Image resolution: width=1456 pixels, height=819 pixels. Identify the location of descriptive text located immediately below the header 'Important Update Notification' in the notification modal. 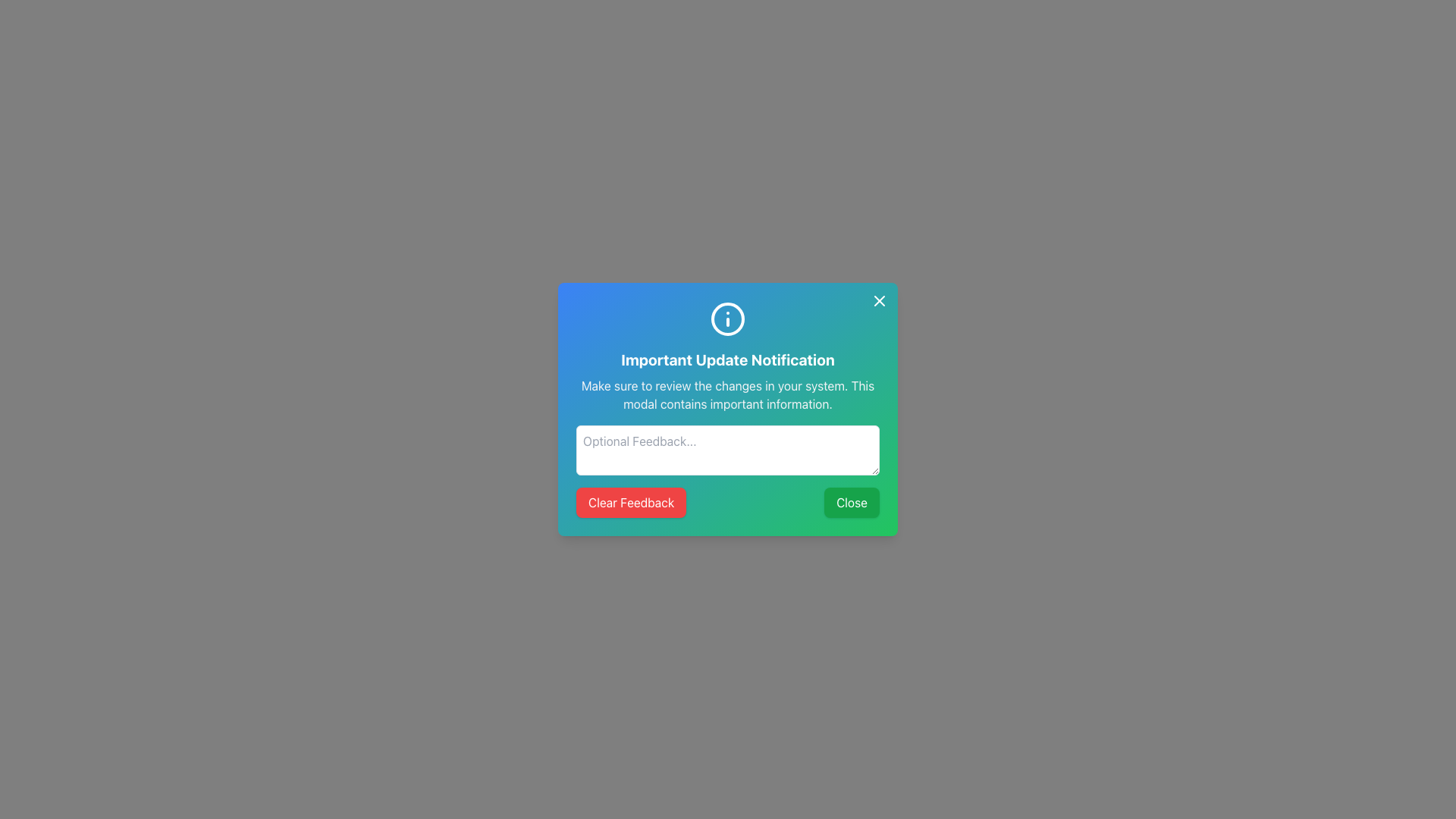
(728, 394).